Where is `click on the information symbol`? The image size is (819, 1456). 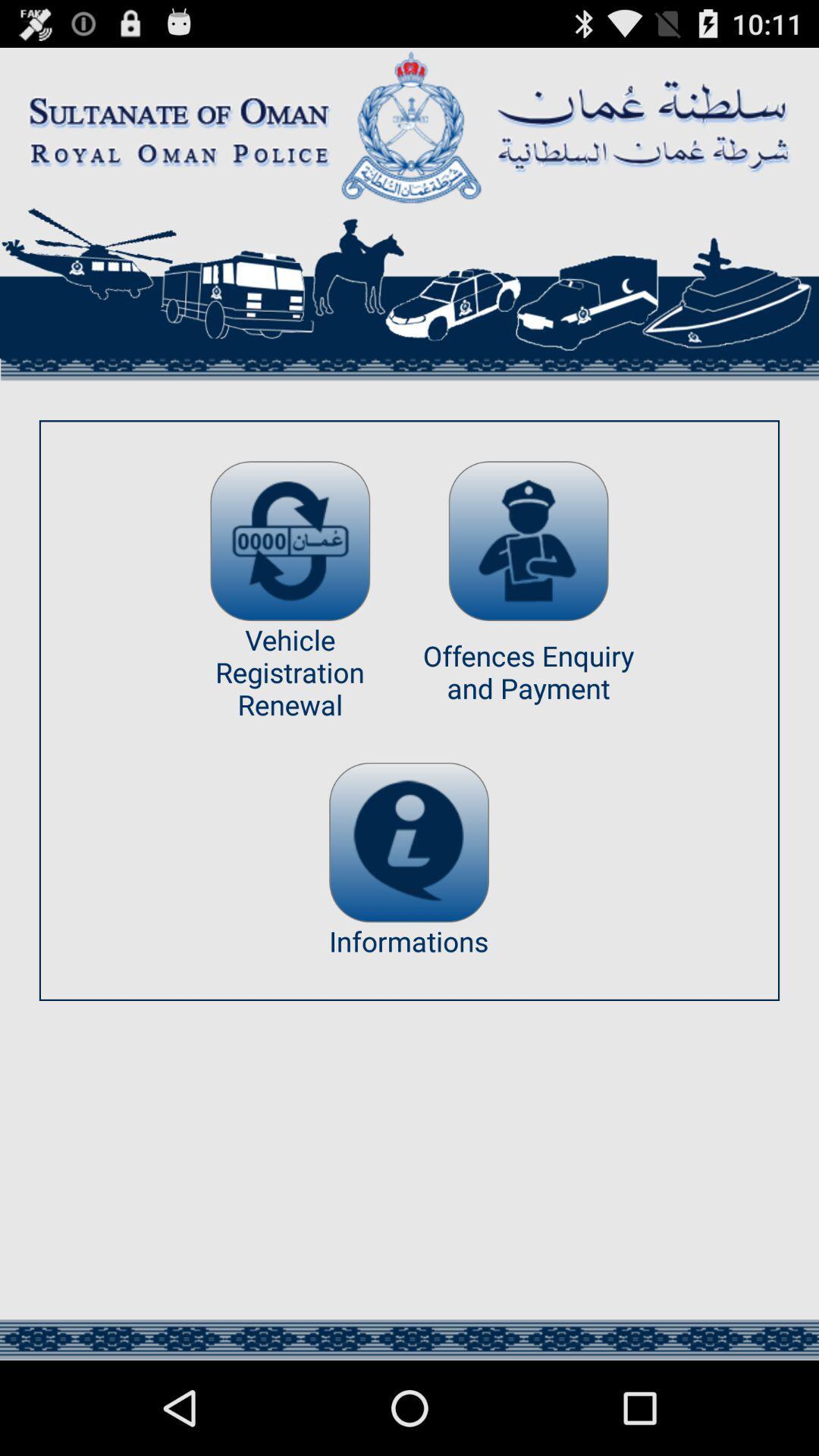 click on the information symbol is located at coordinates (408, 842).